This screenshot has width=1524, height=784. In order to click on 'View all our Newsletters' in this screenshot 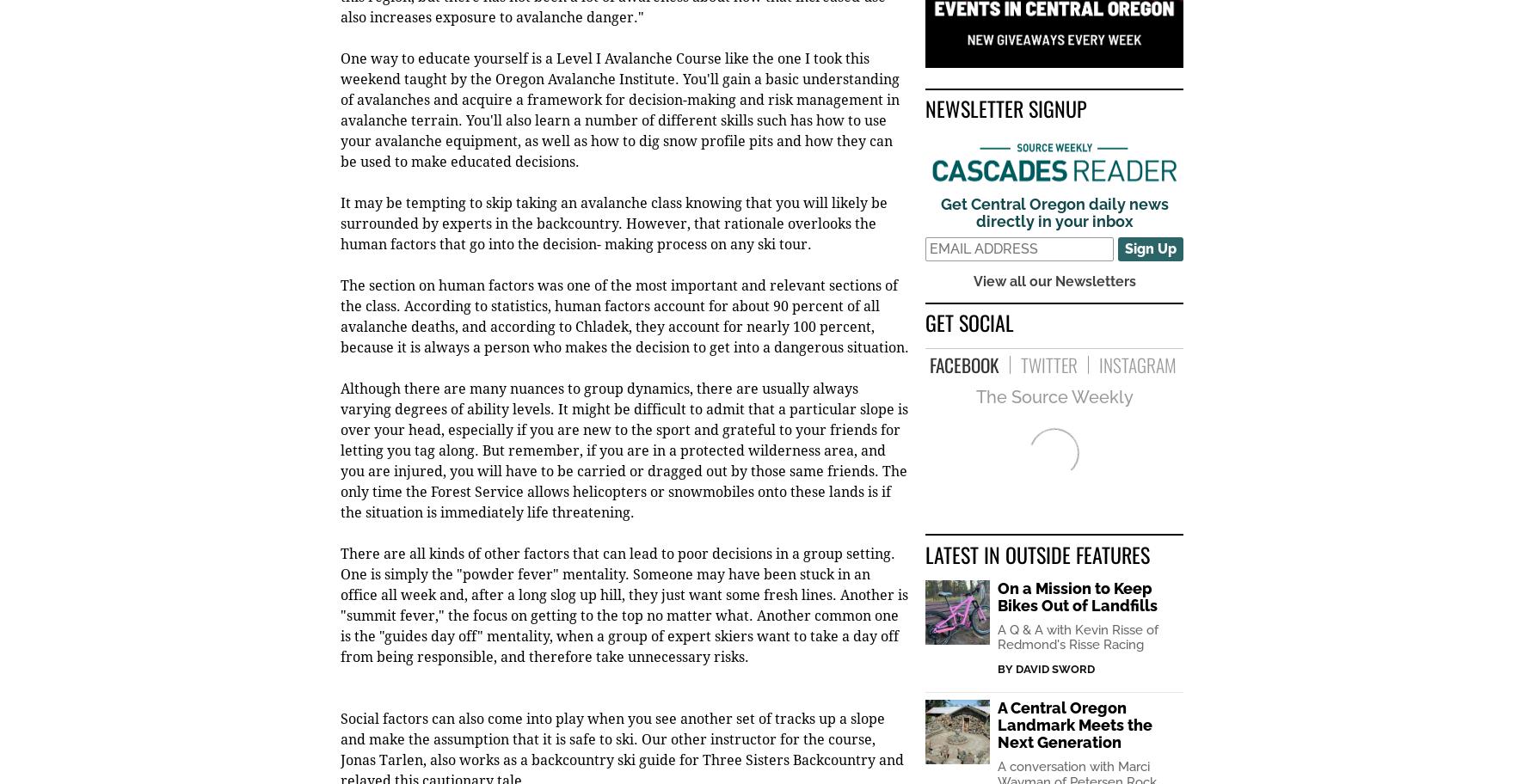, I will do `click(1054, 282)`.